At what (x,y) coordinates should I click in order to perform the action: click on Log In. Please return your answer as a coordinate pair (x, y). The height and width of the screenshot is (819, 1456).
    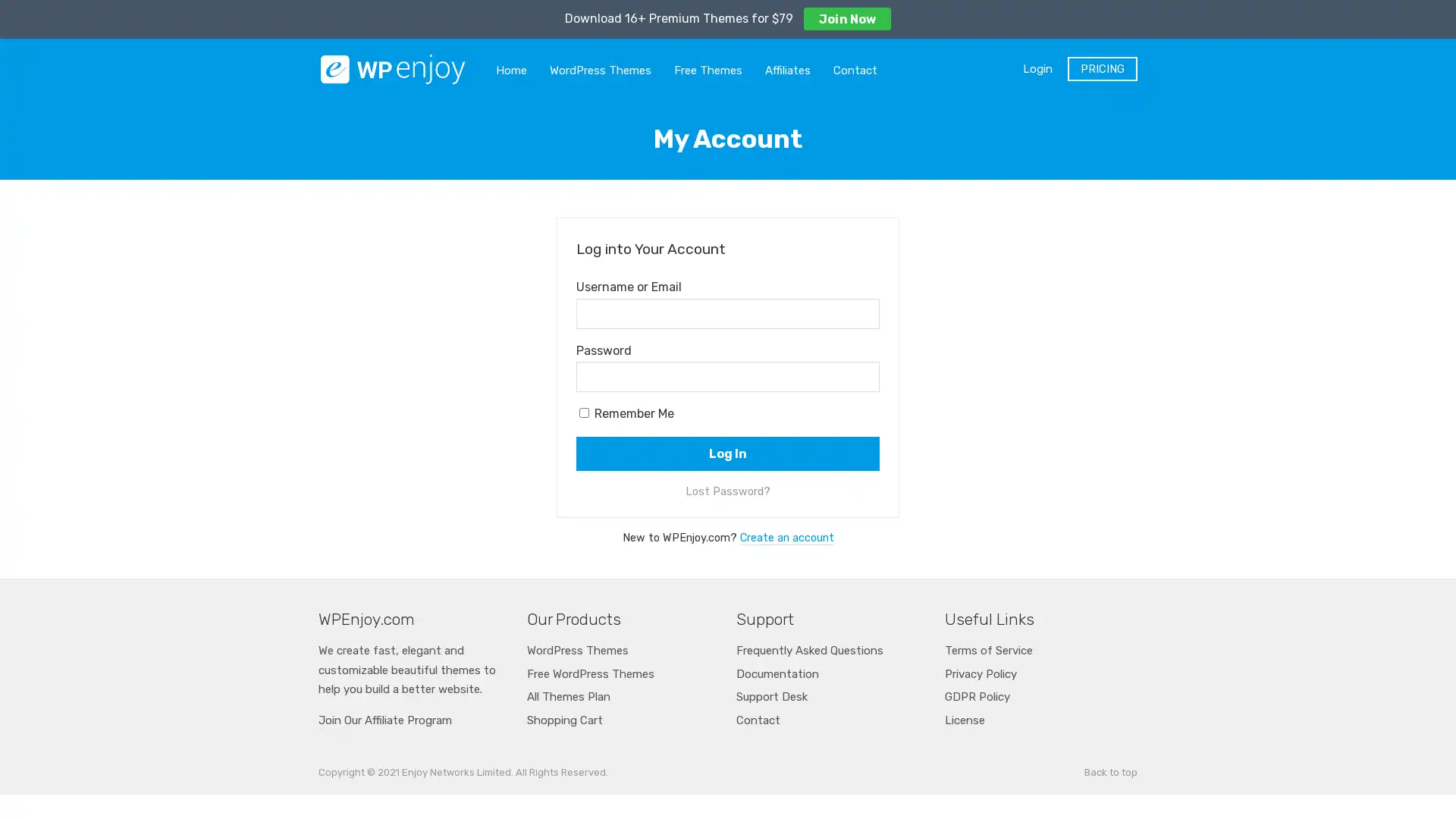
    Looking at the image, I should click on (728, 453).